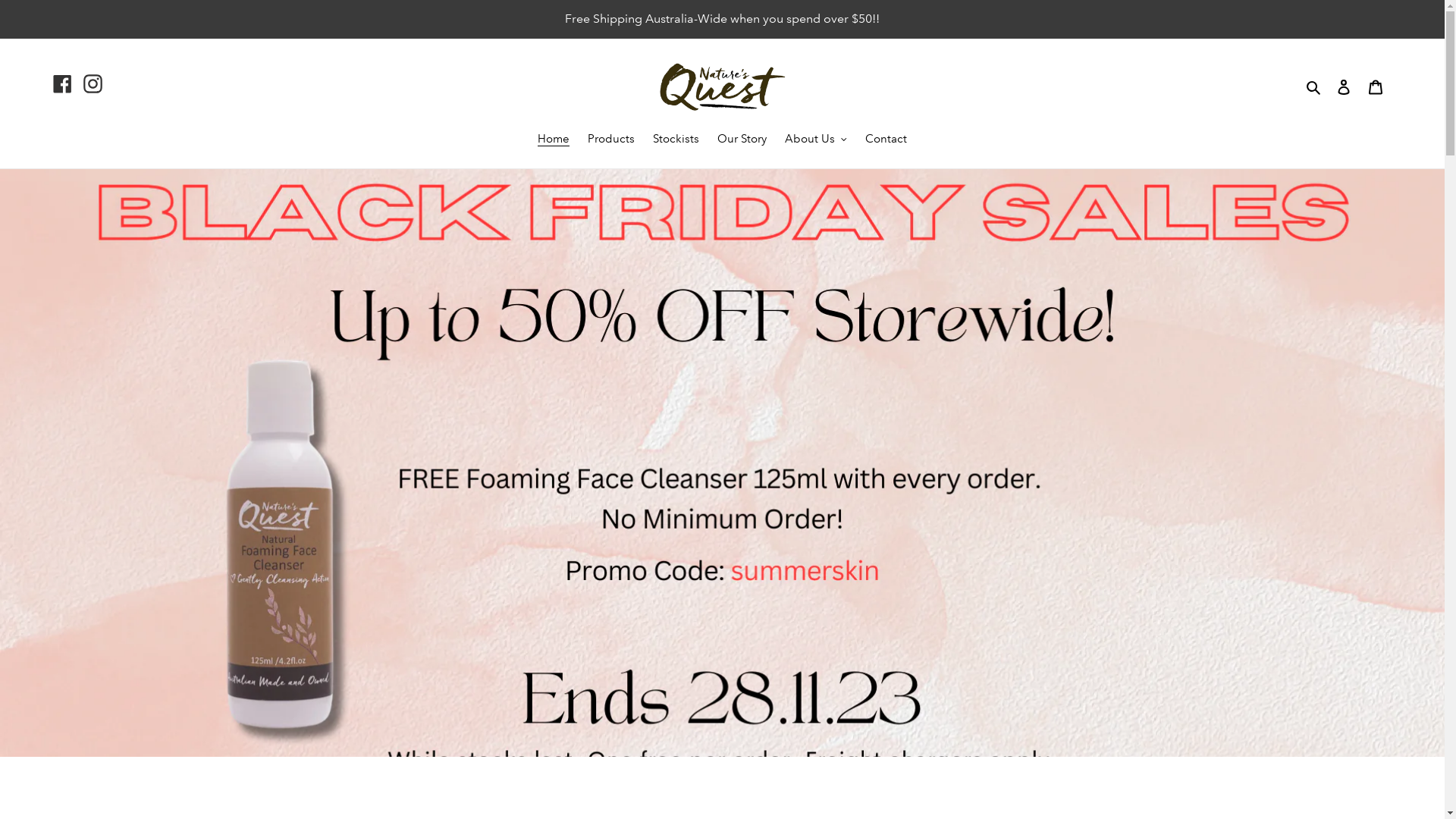 The height and width of the screenshot is (819, 1456). I want to click on 'Home', so click(552, 140).